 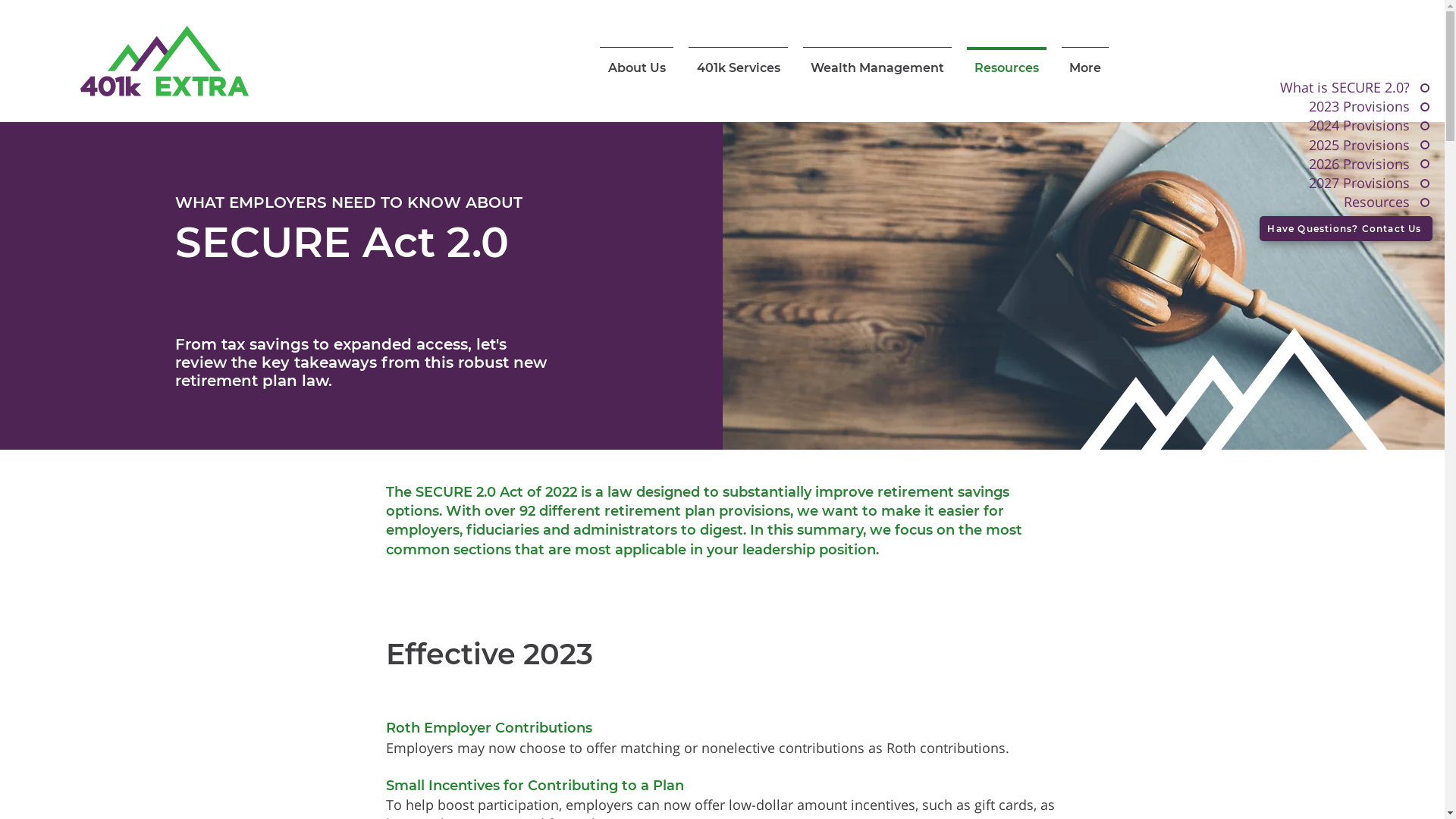 What do you see at coordinates (1305, 145) in the screenshot?
I see `'2025 Provisions'` at bounding box center [1305, 145].